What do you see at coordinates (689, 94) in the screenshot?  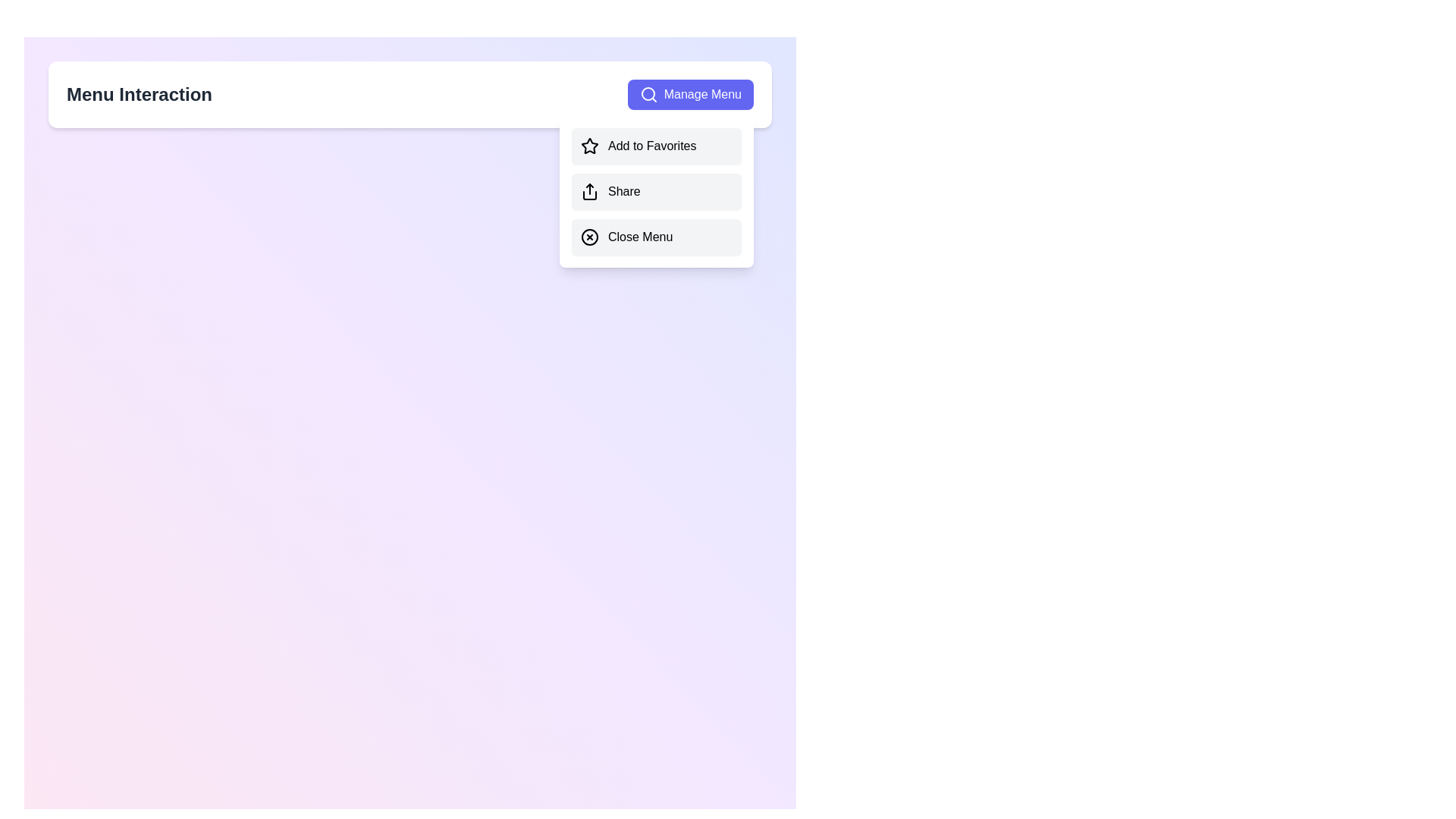 I see `the 'Manage Menu' button, which has a purple background and white text, to potentially display a tooltip` at bounding box center [689, 94].